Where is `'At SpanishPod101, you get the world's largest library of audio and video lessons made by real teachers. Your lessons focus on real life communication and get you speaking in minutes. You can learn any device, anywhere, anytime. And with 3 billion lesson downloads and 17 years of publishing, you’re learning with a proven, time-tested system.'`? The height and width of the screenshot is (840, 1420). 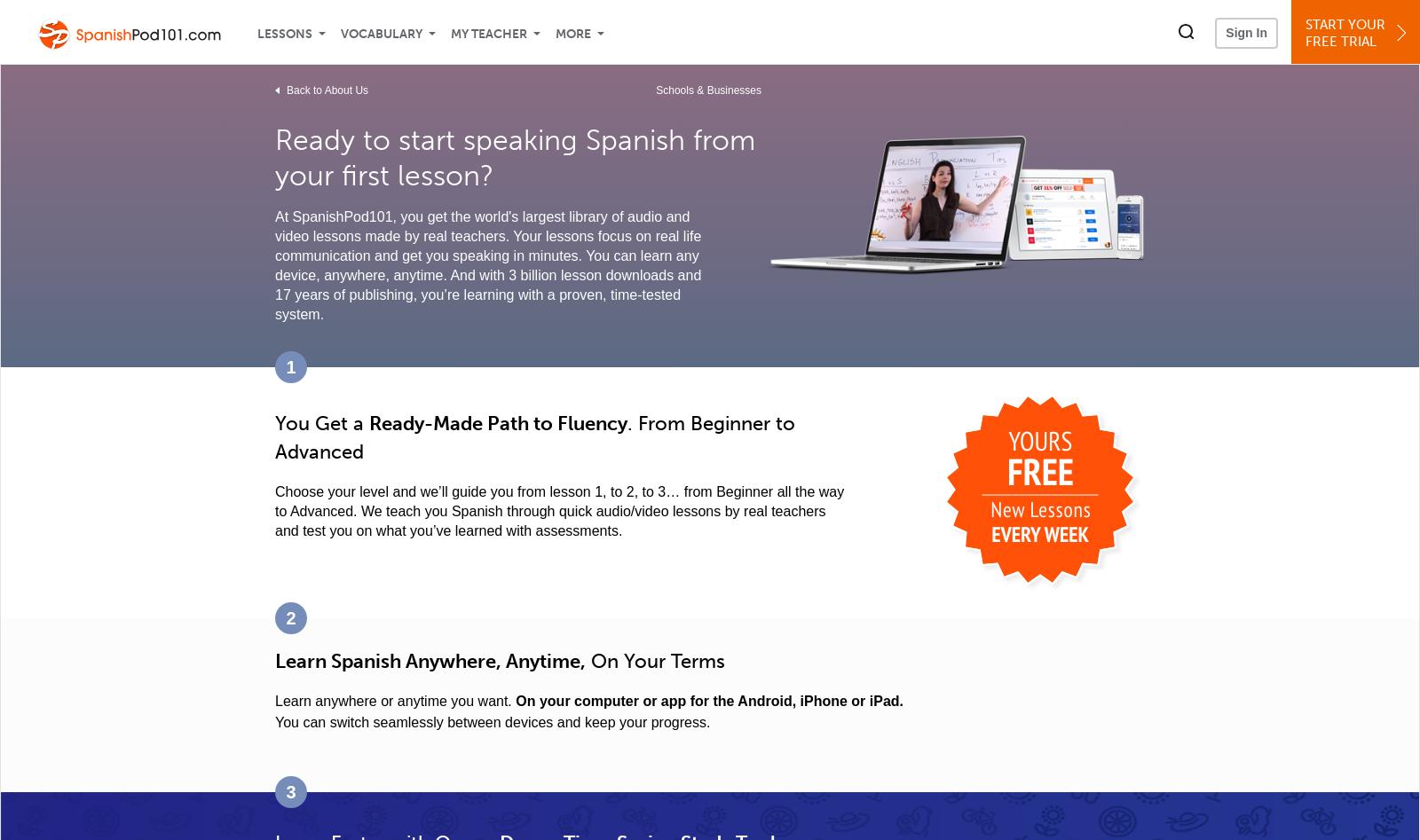 'At SpanishPod101, you get the world's largest library of audio and video lessons made by real teachers. Your lessons focus on real life communication and get you speaking in minutes. You can learn any device, anywhere, anytime. And with 3 billion lesson downloads and 17 years of publishing, you’re learning with a proven, time-tested system.' is located at coordinates (487, 264).